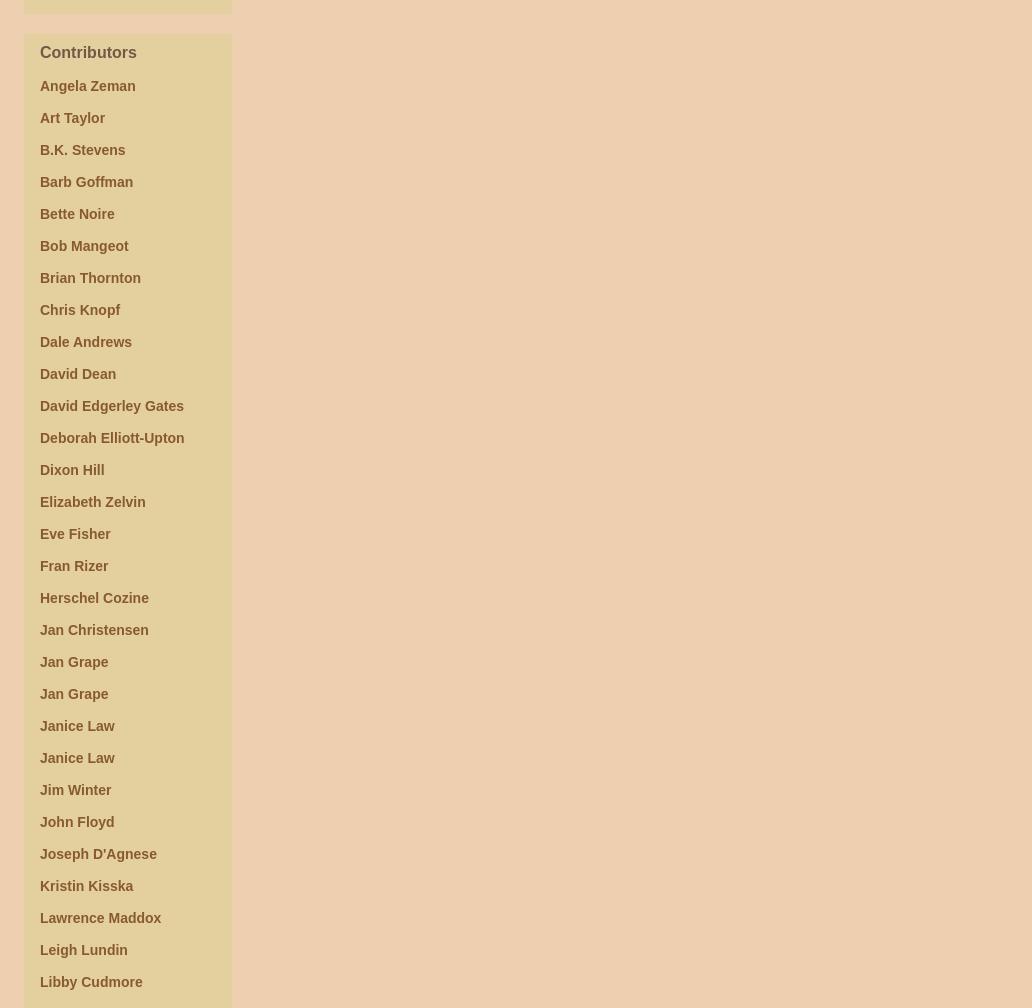 The width and height of the screenshot is (1032, 1008). I want to click on 'Kristin Kisska', so click(86, 886).